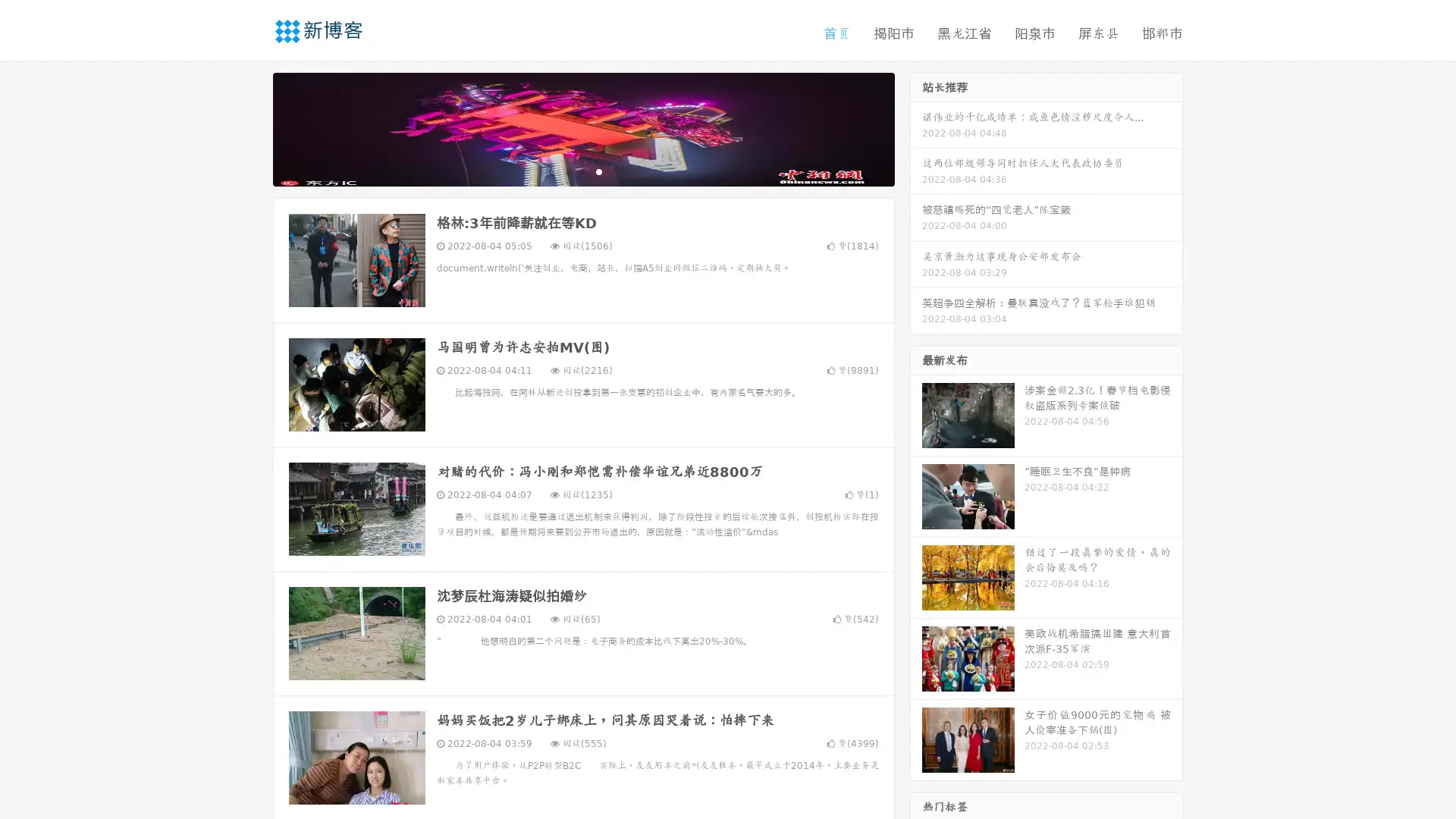 This screenshot has height=819, width=1456. What do you see at coordinates (567, 171) in the screenshot?
I see `Go to slide 1` at bounding box center [567, 171].